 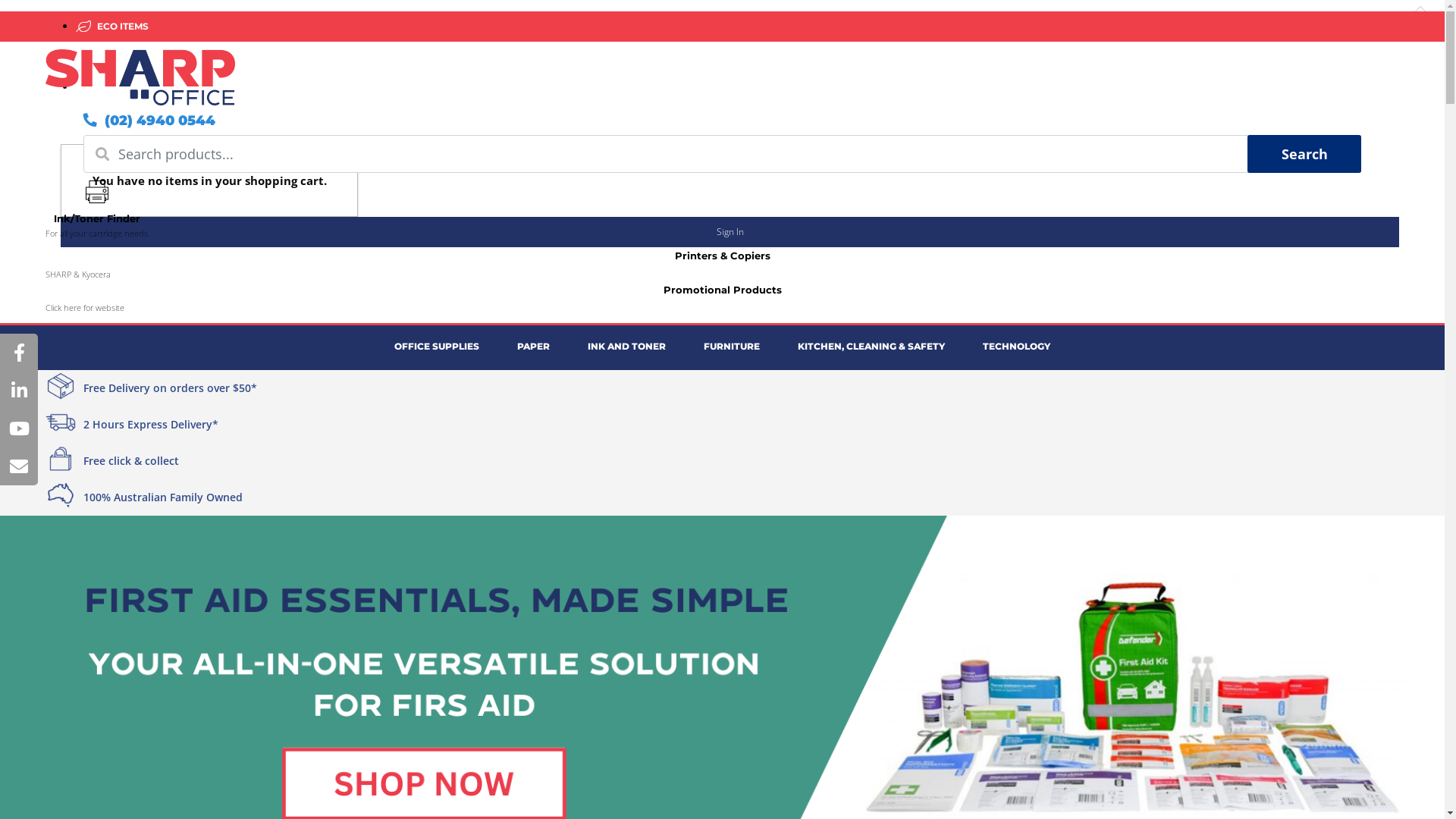 I want to click on 'Ink/Toner Finder, so click(x=96, y=210).